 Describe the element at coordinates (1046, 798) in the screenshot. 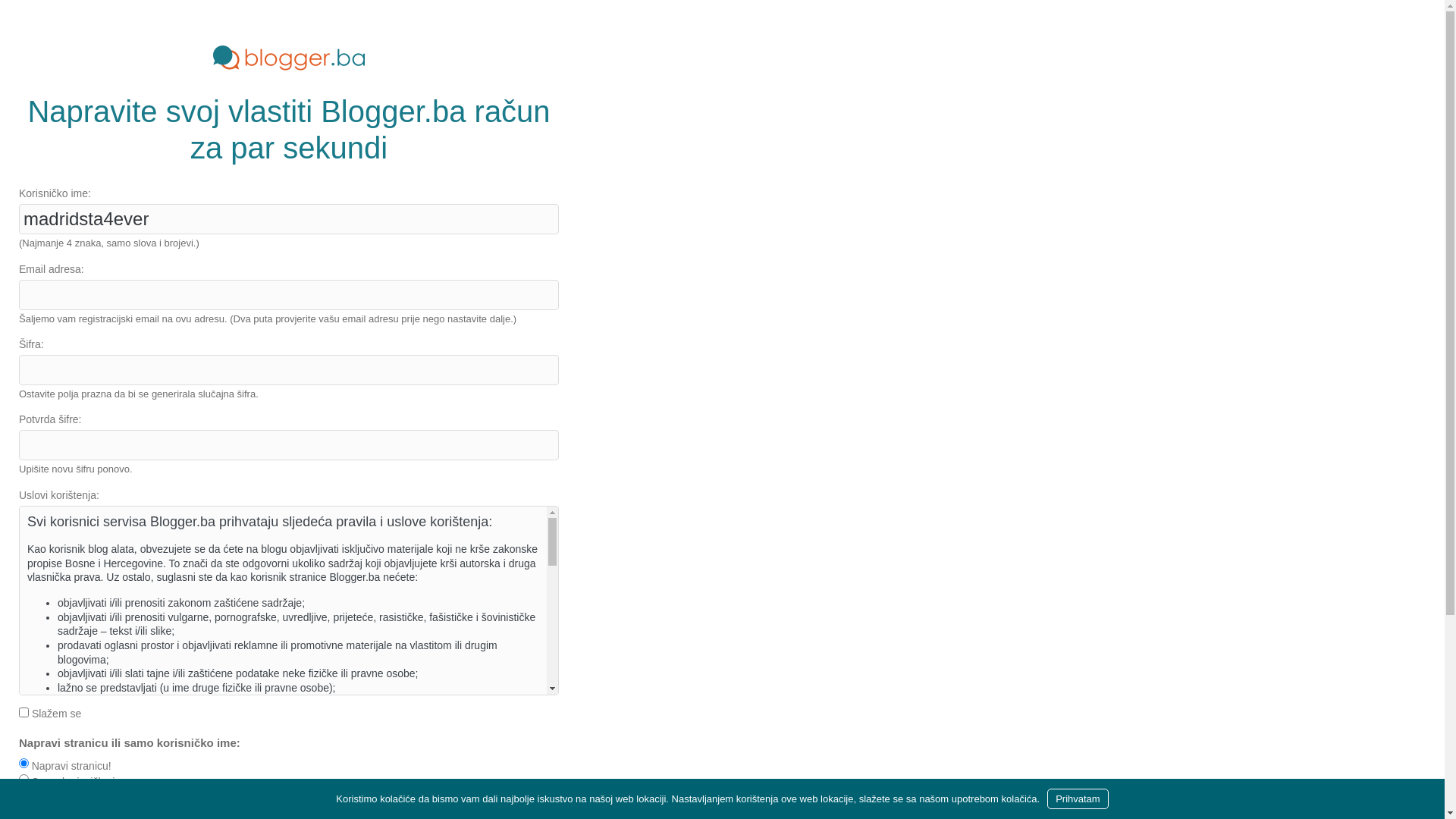

I see `'Prihvatam'` at that location.